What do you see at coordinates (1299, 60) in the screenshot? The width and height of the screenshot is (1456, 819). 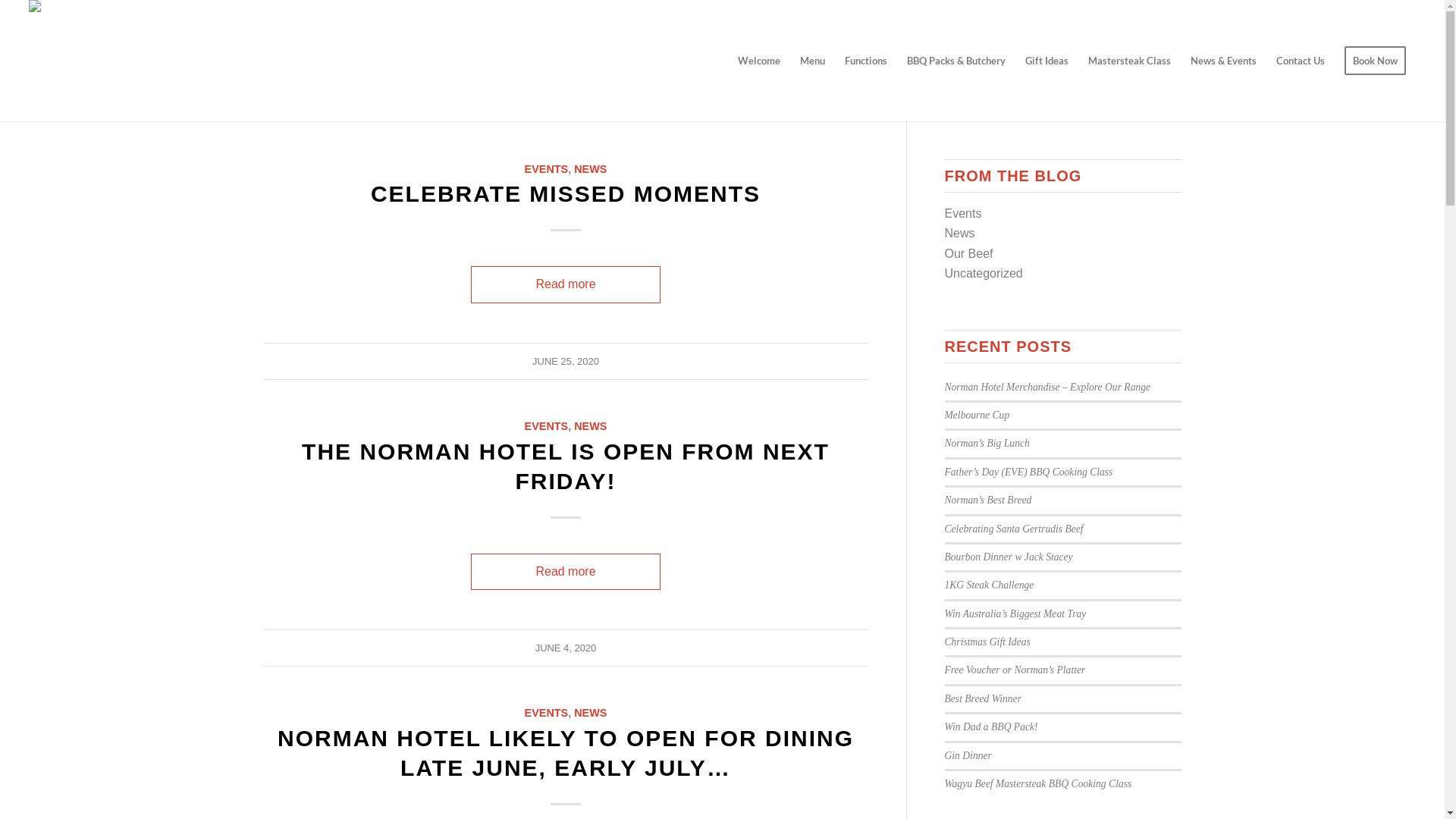 I see `'Contact Us'` at bounding box center [1299, 60].